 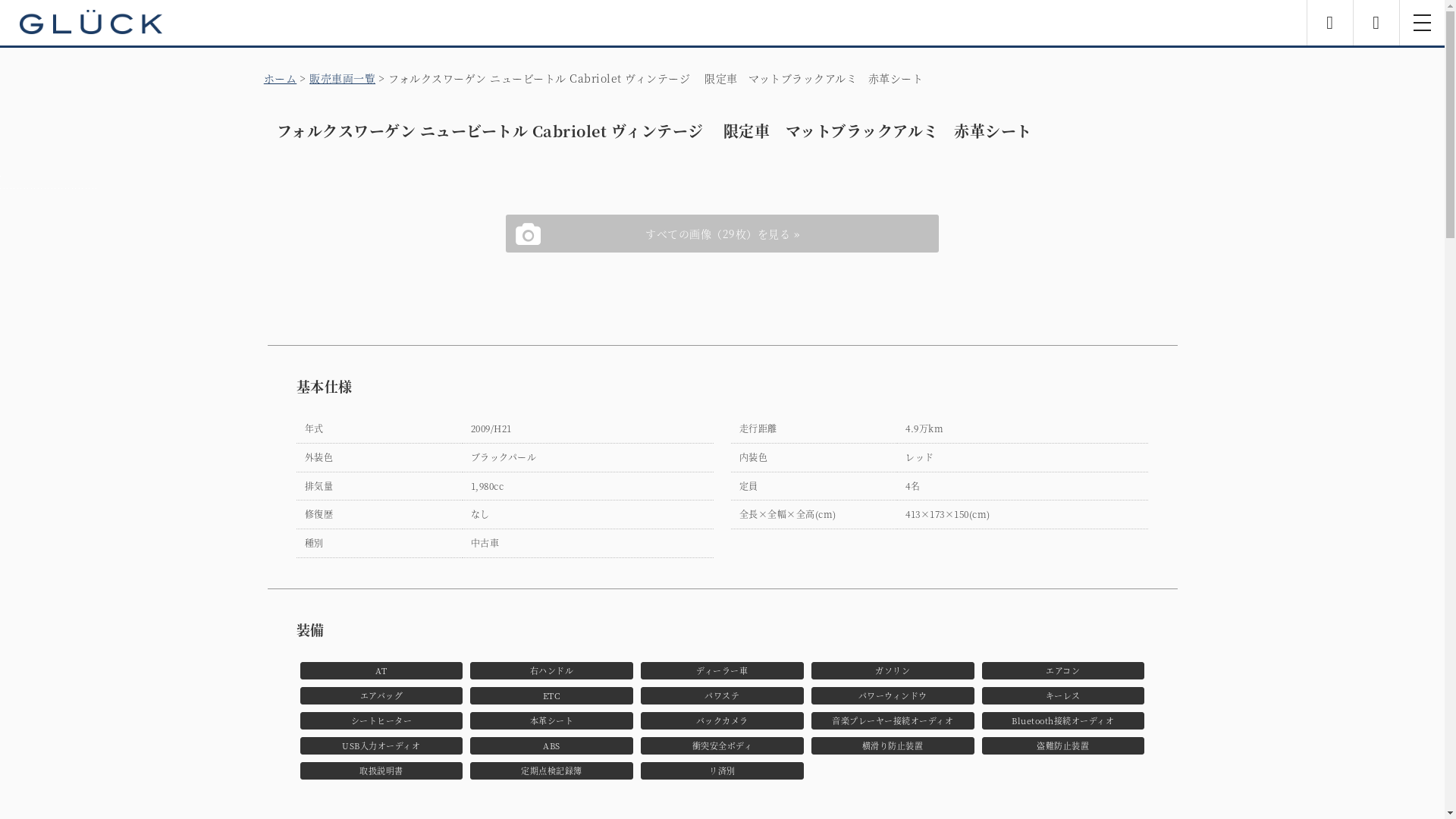 What do you see at coordinates (1329, 23) in the screenshot?
I see `'Facebook'` at bounding box center [1329, 23].